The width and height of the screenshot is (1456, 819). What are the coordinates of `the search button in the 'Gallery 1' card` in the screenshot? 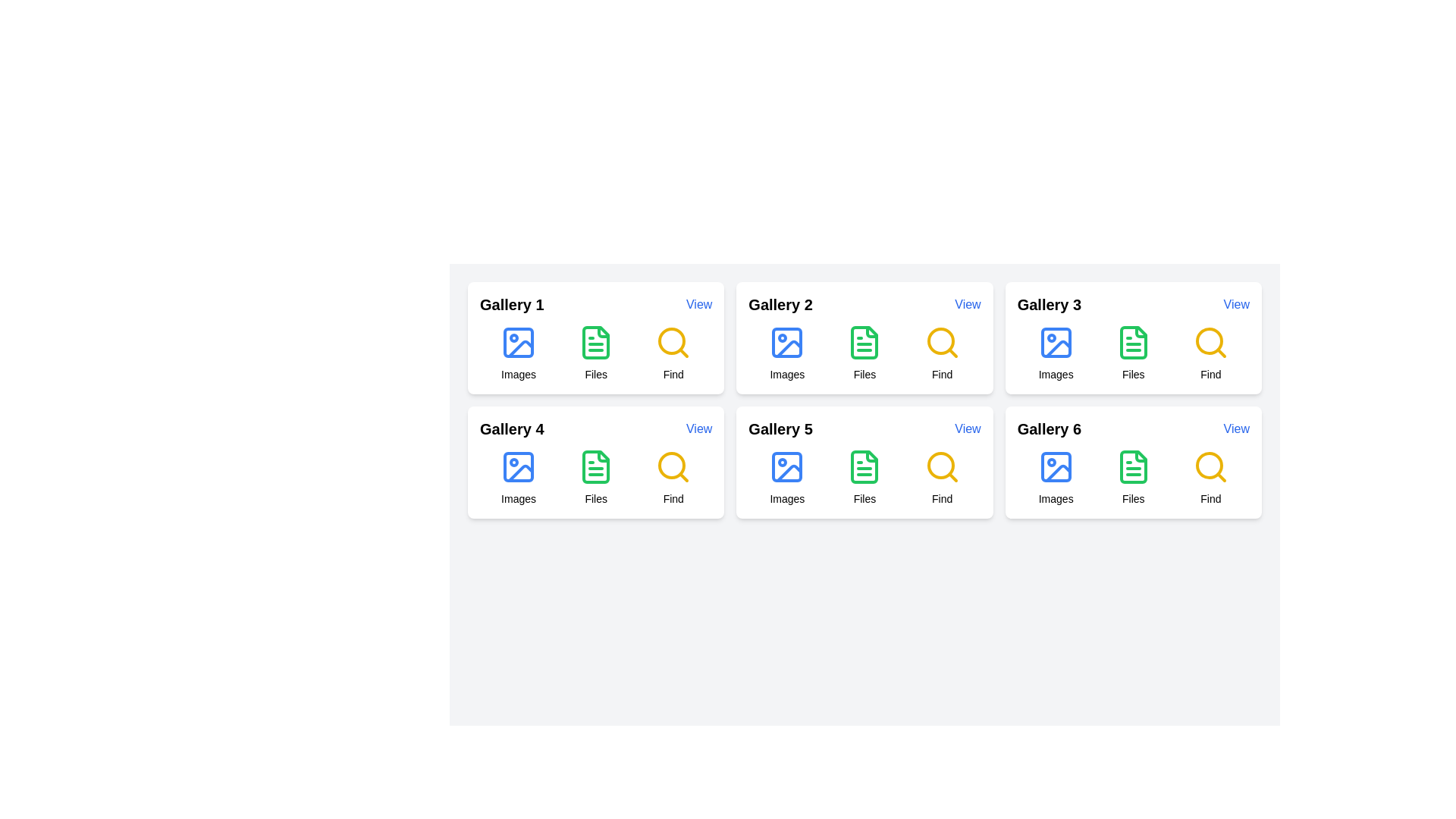 It's located at (673, 353).